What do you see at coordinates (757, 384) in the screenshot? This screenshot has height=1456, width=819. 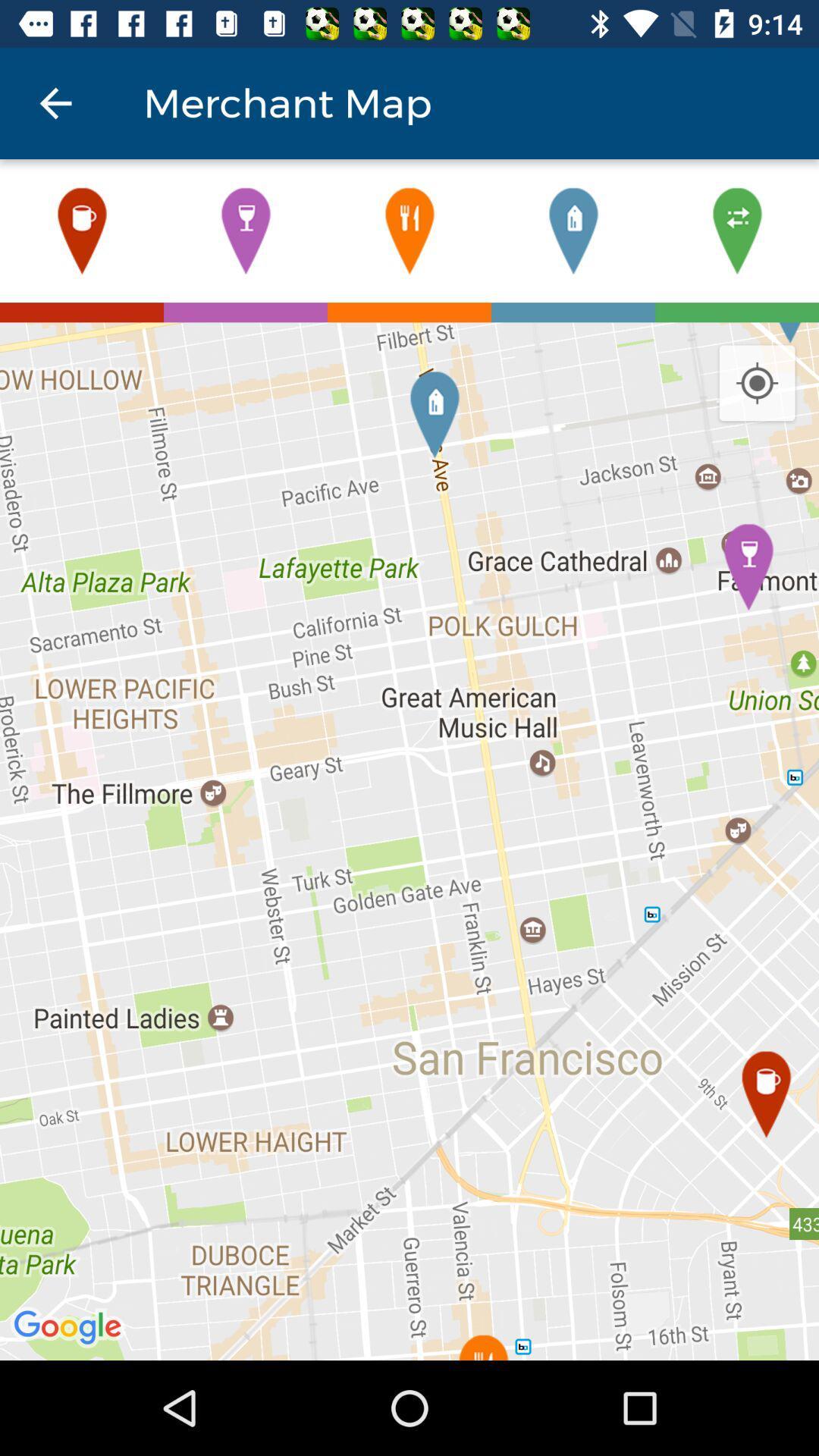 I see `the location_crosshair icon` at bounding box center [757, 384].